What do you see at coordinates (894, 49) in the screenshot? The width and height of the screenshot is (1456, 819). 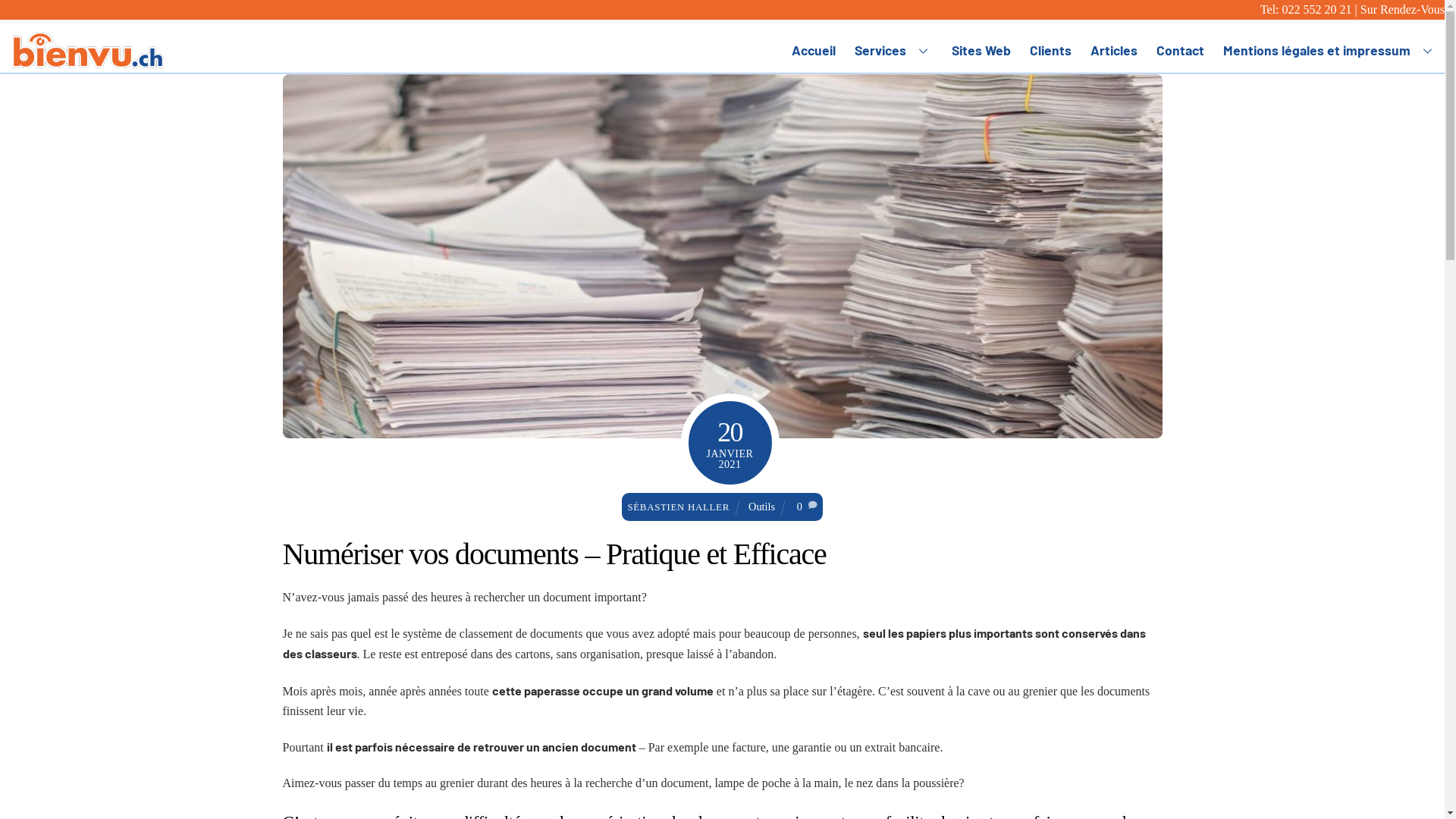 I see `'Services'` at bounding box center [894, 49].